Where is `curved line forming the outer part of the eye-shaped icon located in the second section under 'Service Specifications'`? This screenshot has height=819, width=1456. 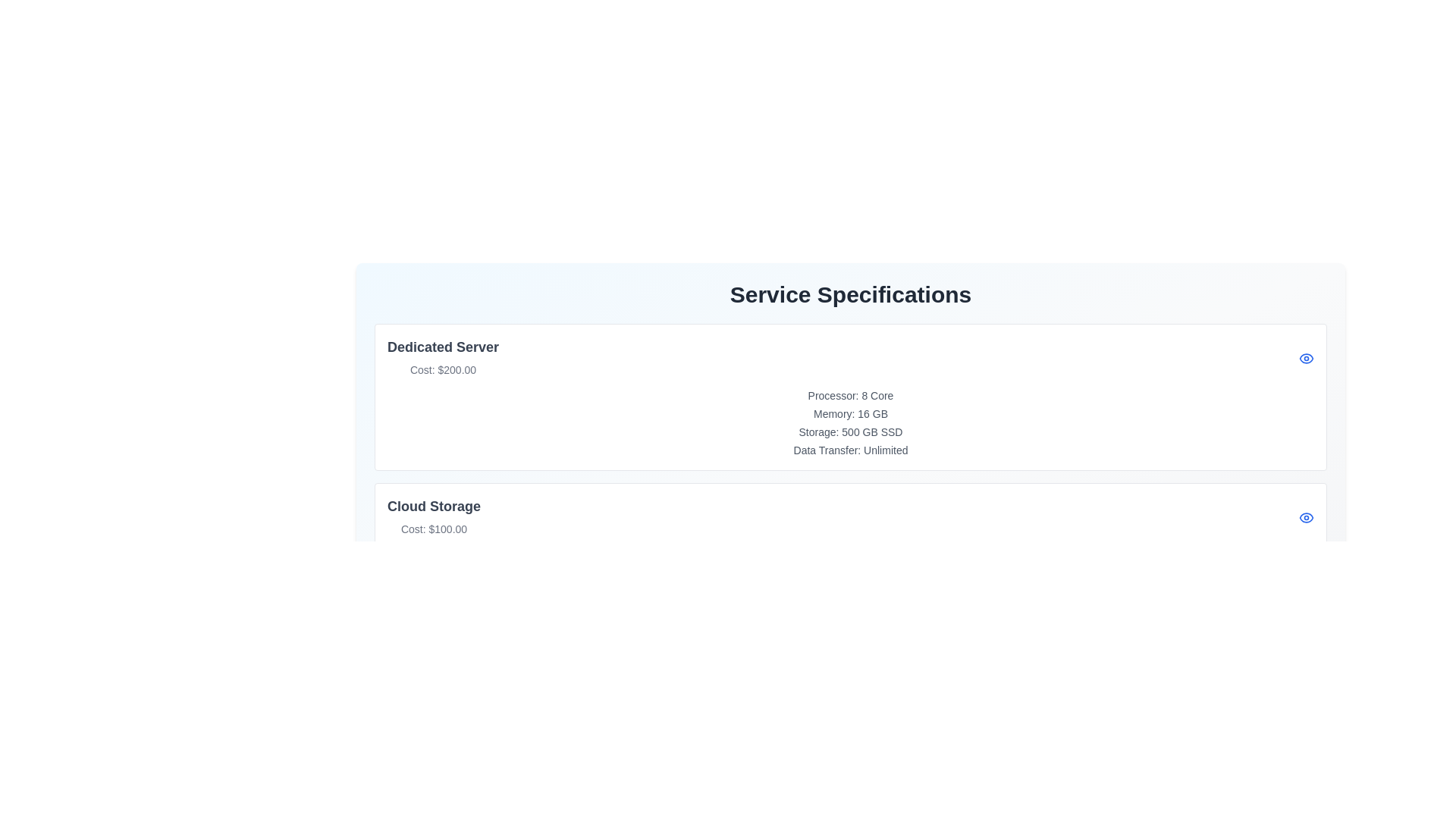
curved line forming the outer part of the eye-shaped icon located in the second section under 'Service Specifications' is located at coordinates (1306, 357).